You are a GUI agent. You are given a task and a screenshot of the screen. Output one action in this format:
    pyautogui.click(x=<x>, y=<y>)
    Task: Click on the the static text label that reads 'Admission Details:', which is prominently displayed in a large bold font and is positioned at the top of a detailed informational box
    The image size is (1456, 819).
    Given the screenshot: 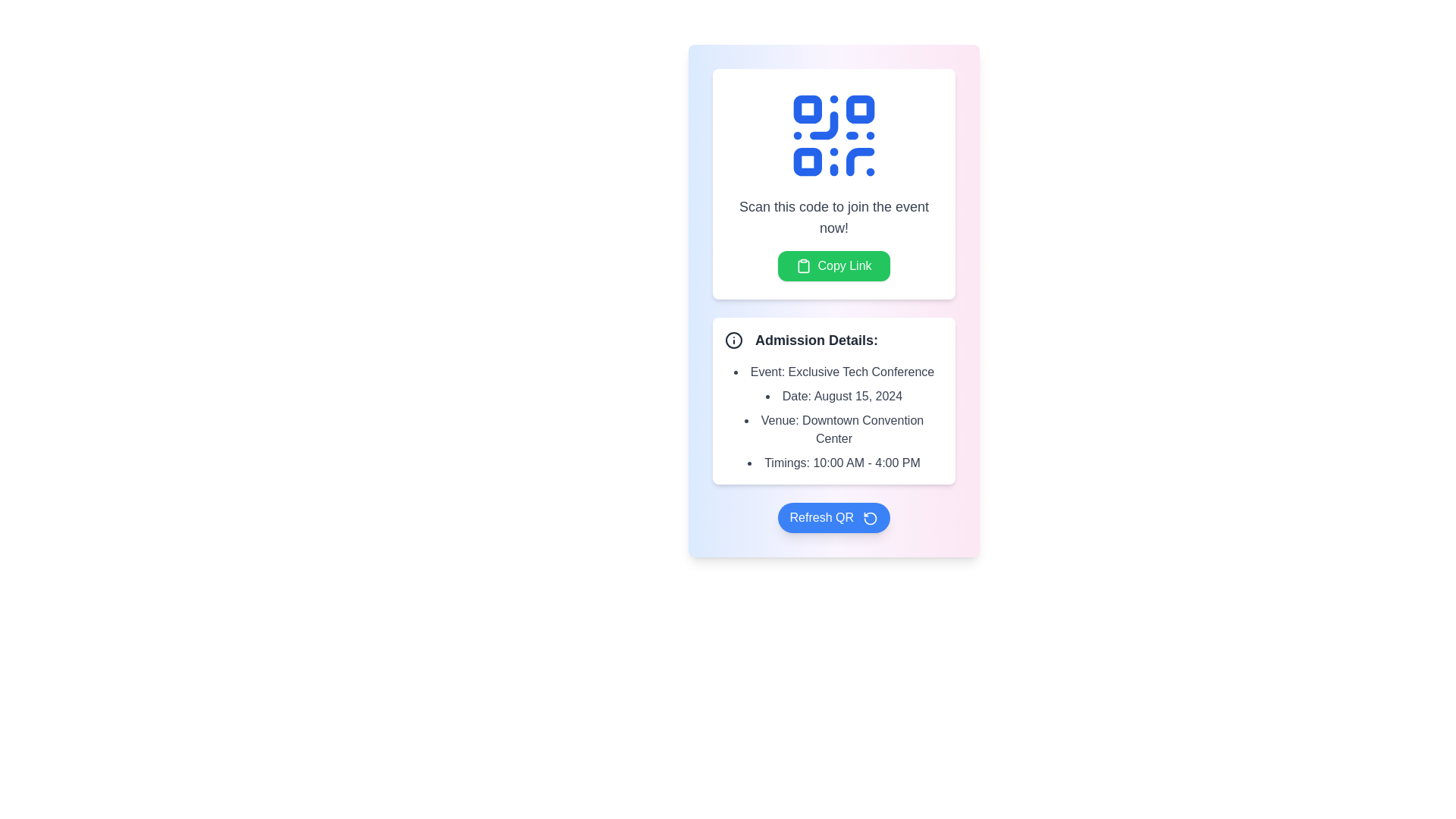 What is the action you would take?
    pyautogui.click(x=815, y=339)
    